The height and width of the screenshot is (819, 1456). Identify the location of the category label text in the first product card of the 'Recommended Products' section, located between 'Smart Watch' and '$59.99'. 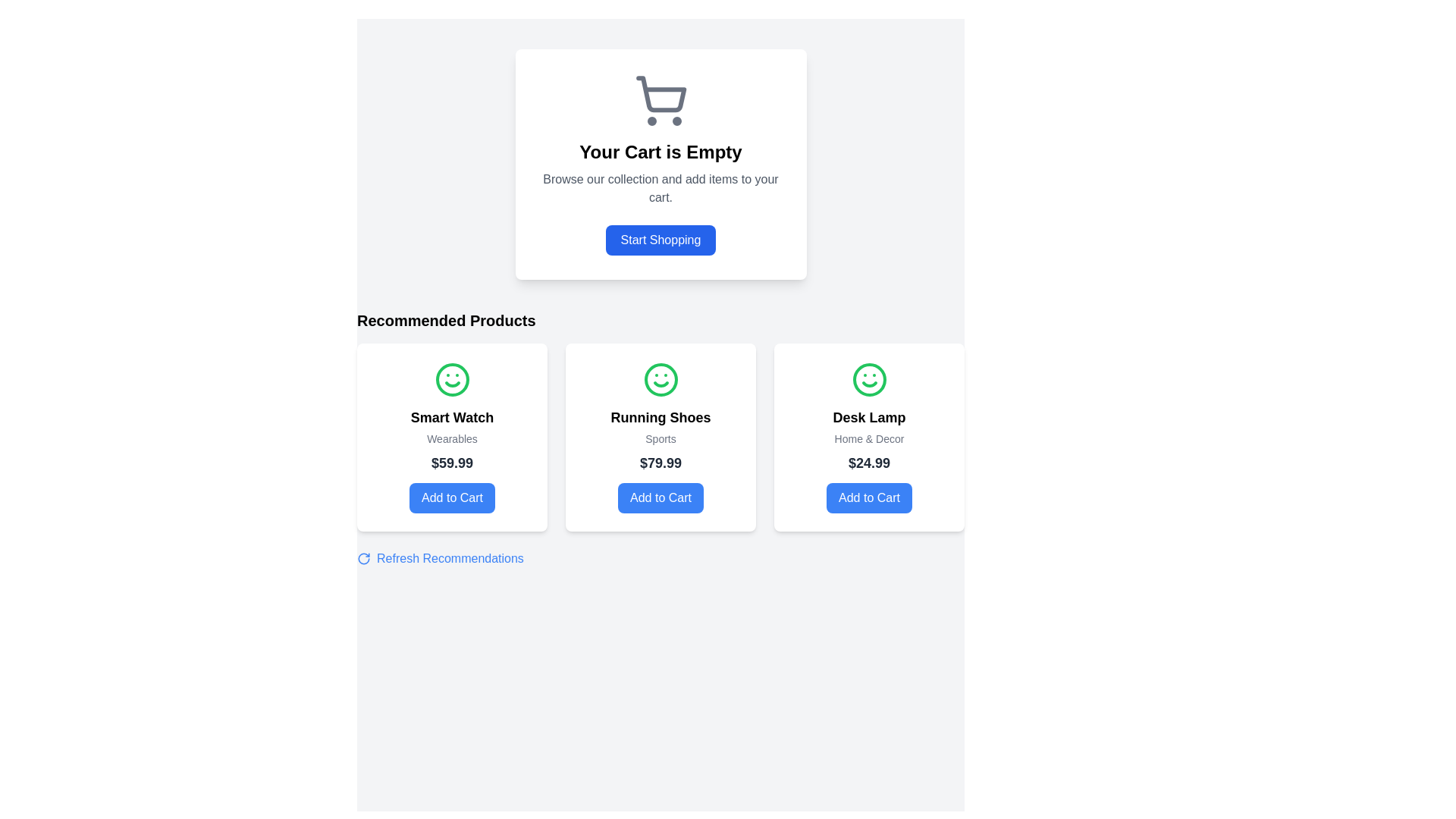
(451, 438).